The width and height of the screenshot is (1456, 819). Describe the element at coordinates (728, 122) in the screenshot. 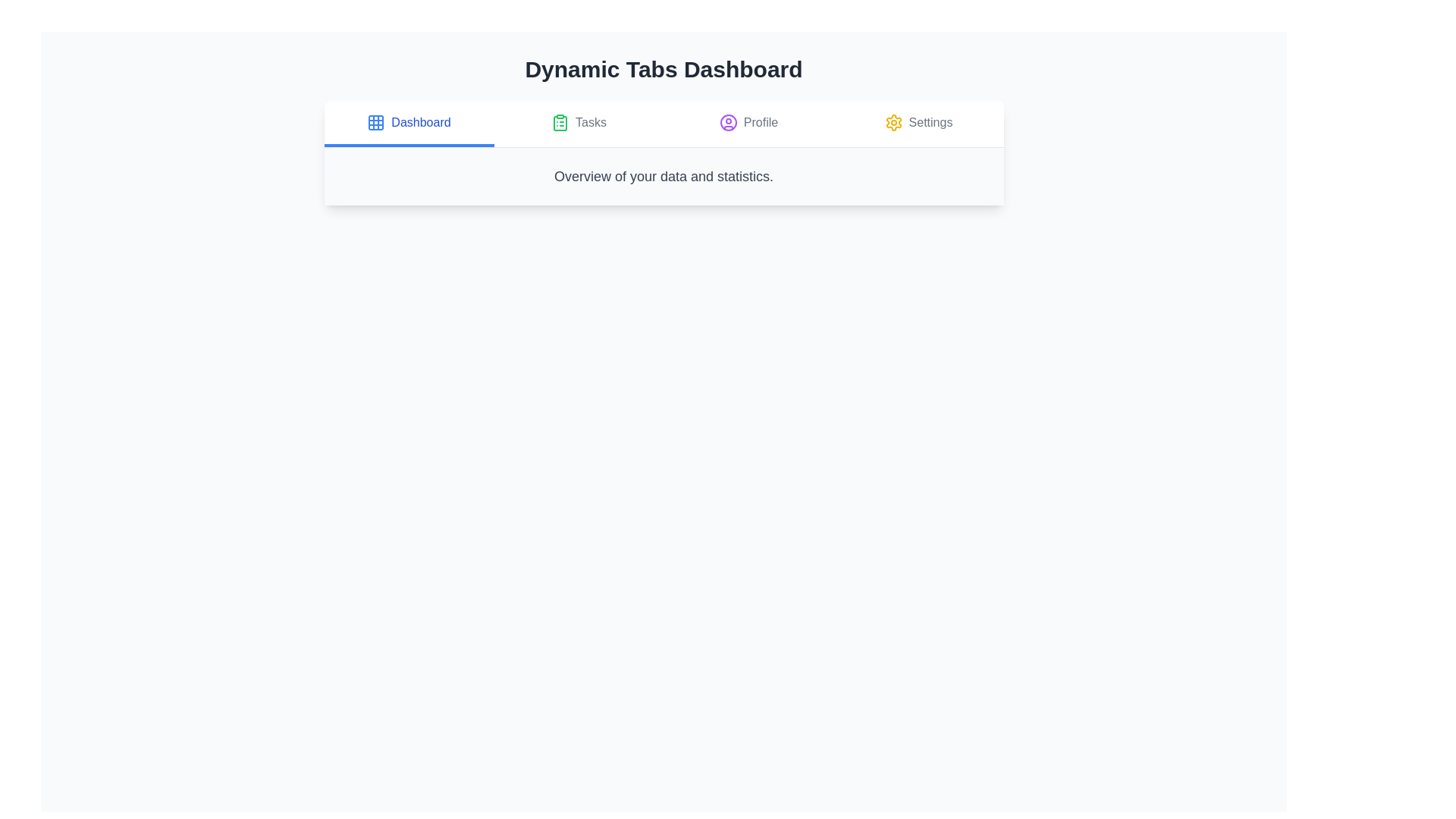

I see `the circular icon representing a user profile, which is located in the center of the purple-themed user profile icon, just right of the 'Profile' text in the main navigation bar` at that location.